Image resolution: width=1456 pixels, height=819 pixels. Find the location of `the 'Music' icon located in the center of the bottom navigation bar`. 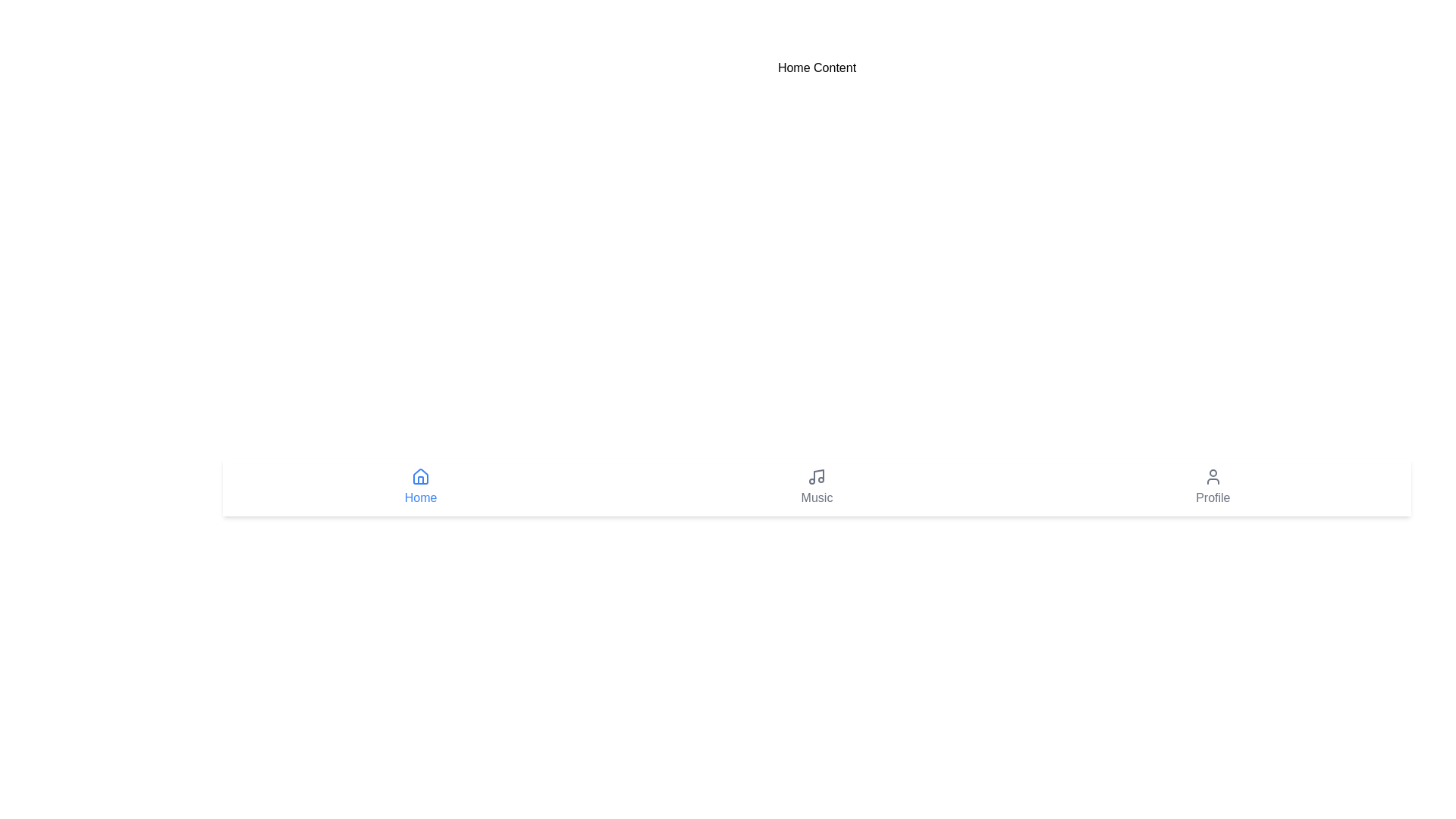

the 'Music' icon located in the center of the bottom navigation bar is located at coordinates (816, 475).